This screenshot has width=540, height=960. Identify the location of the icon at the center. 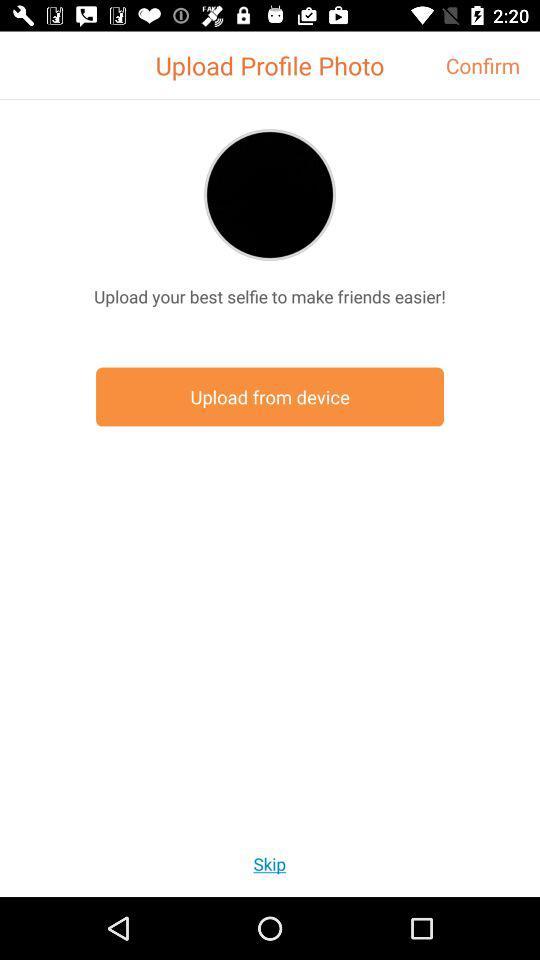
(270, 396).